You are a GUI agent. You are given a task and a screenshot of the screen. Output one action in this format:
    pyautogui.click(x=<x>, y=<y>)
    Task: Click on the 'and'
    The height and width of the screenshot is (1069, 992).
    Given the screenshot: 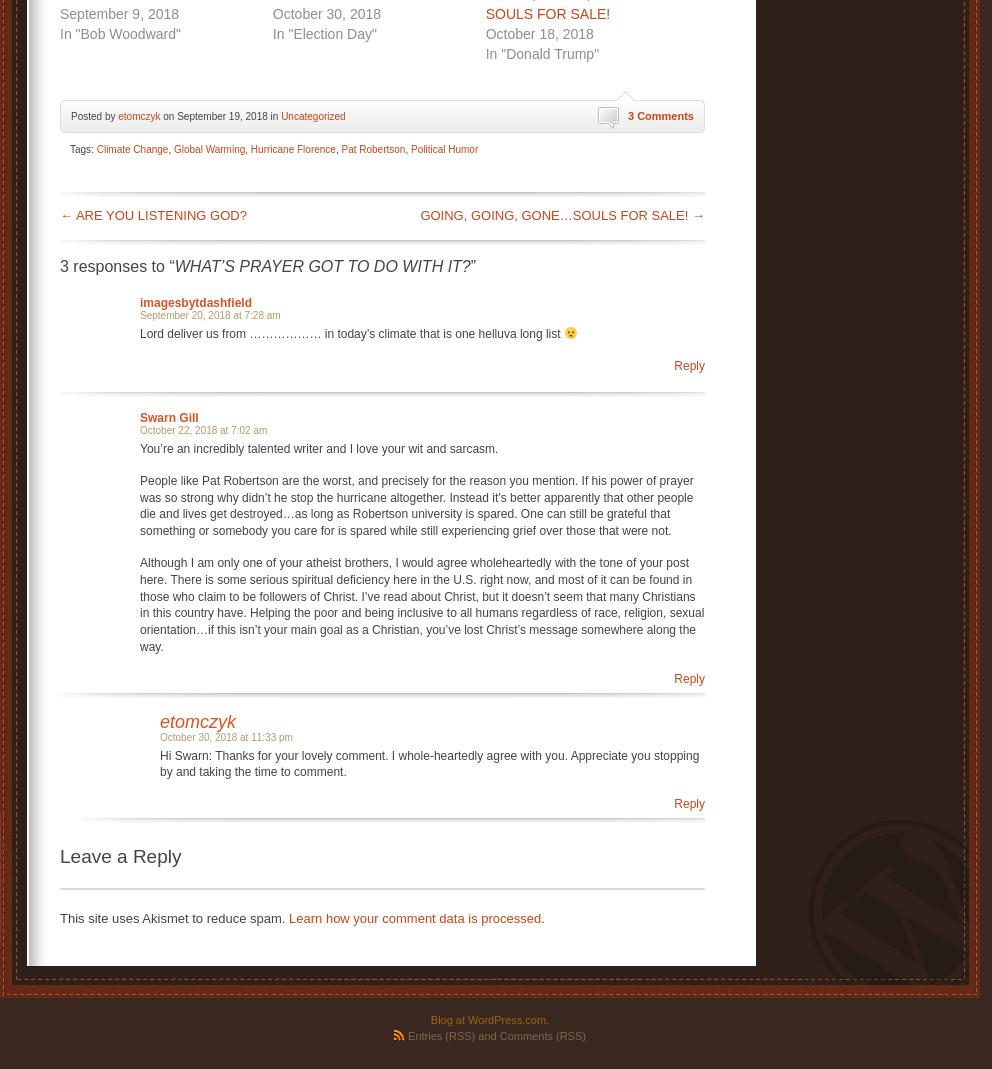 What is the action you would take?
    pyautogui.click(x=486, y=1035)
    